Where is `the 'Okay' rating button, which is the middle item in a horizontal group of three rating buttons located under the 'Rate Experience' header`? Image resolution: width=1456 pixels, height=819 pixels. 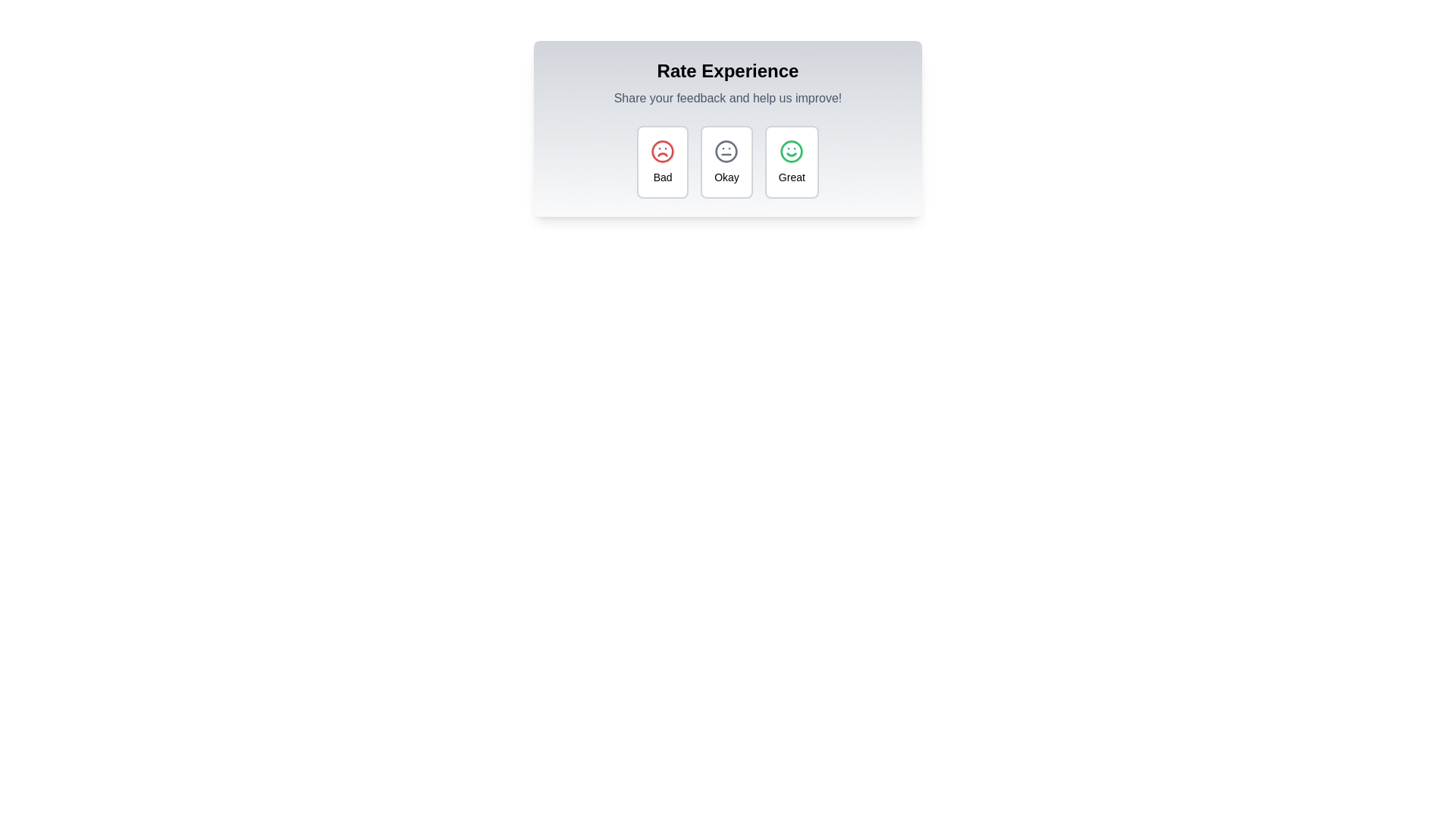 the 'Okay' rating button, which is the middle item in a horizontal group of three rating buttons located under the 'Rate Experience' header is located at coordinates (726, 162).